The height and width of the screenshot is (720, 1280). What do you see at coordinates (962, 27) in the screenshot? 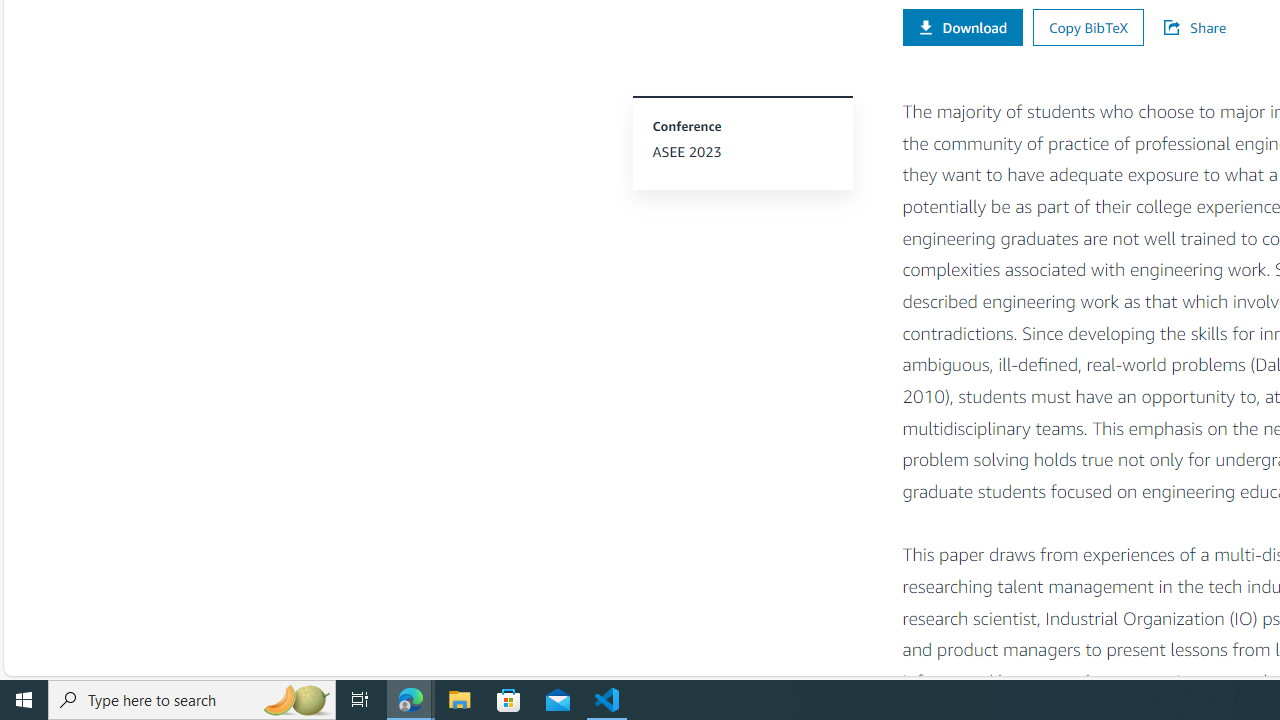
I see `'Download'` at bounding box center [962, 27].